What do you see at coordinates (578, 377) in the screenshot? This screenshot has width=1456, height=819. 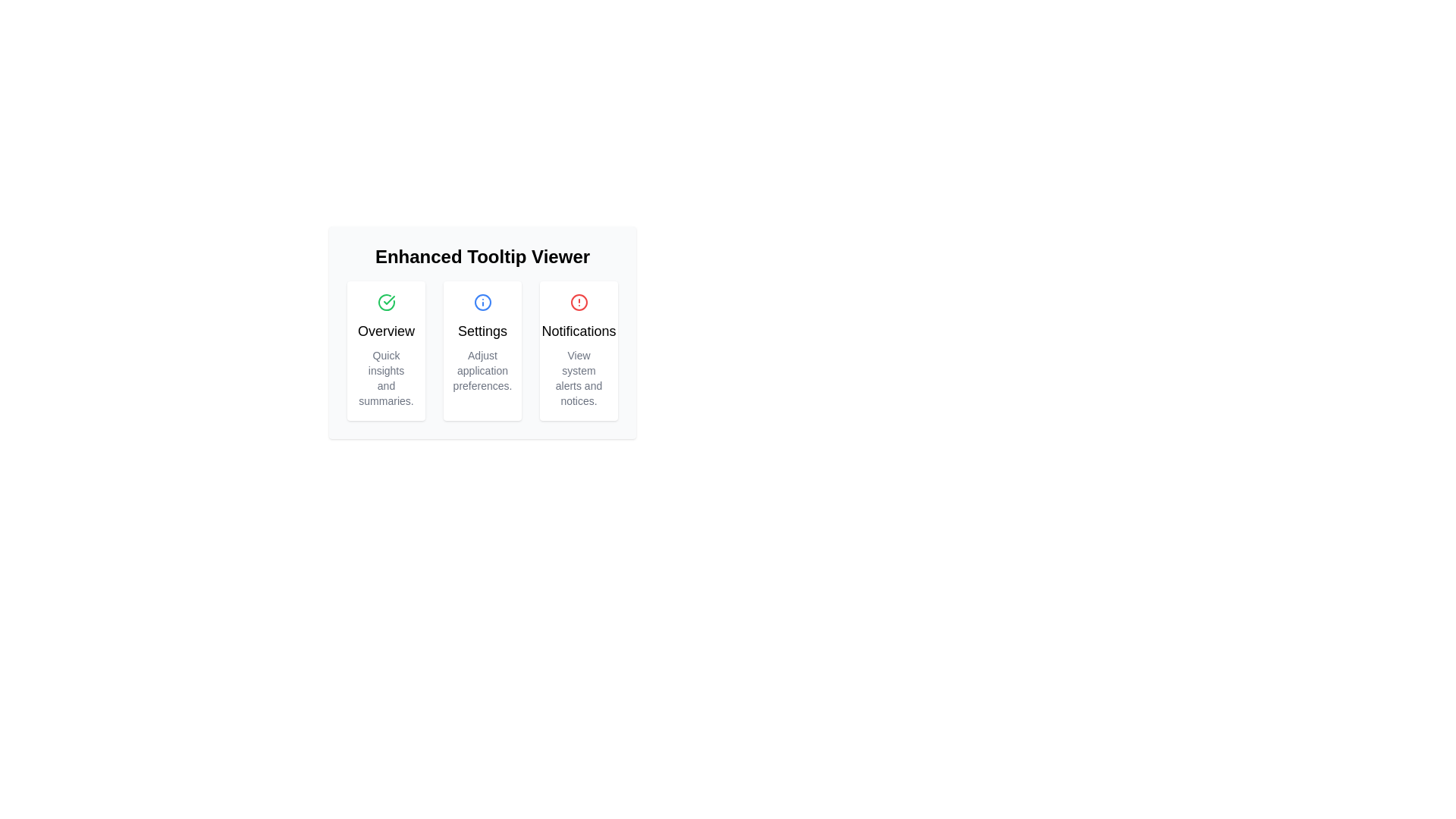 I see `the static text element that provides a brief description related to 'Notifications', located below the heading 'Notifications' in the Notifications card` at bounding box center [578, 377].